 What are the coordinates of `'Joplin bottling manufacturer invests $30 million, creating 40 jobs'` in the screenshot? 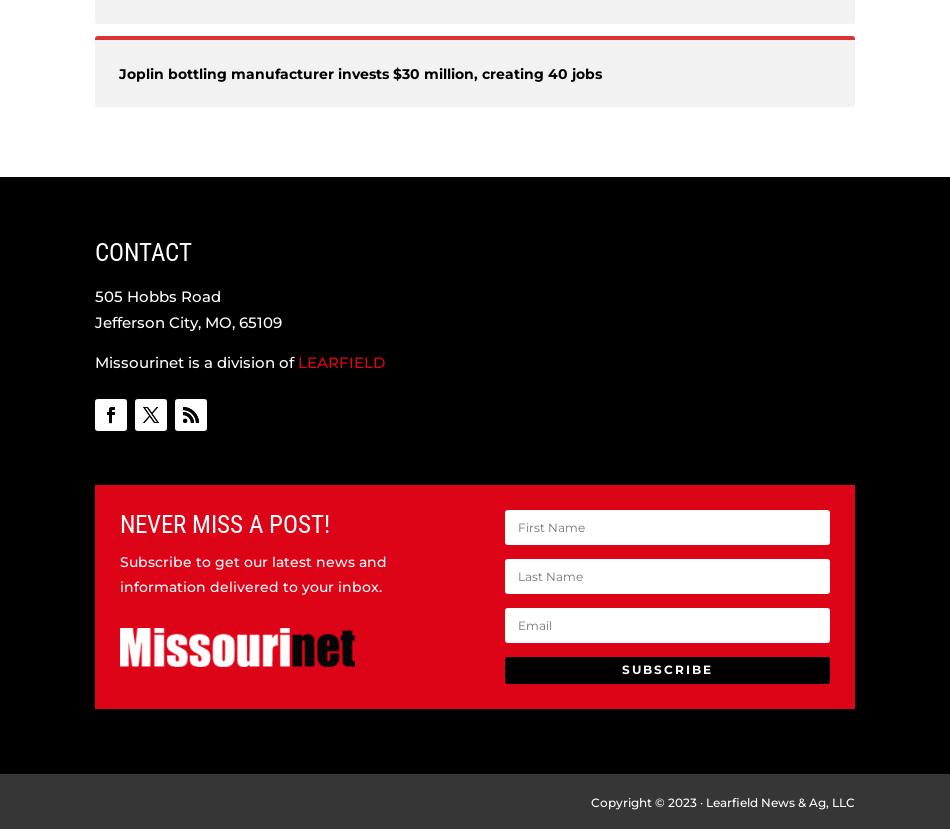 It's located at (359, 73).